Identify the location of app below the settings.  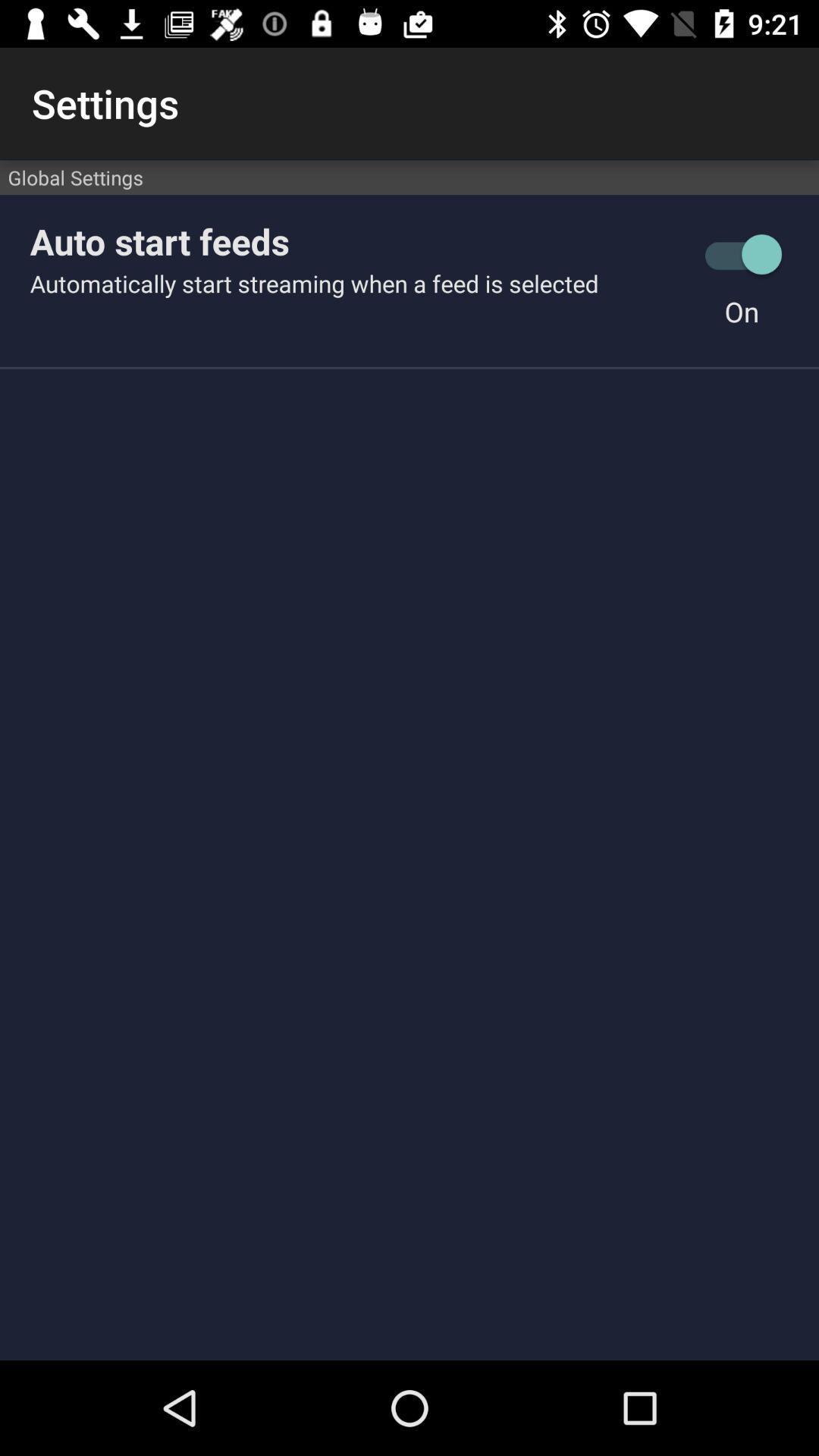
(409, 177).